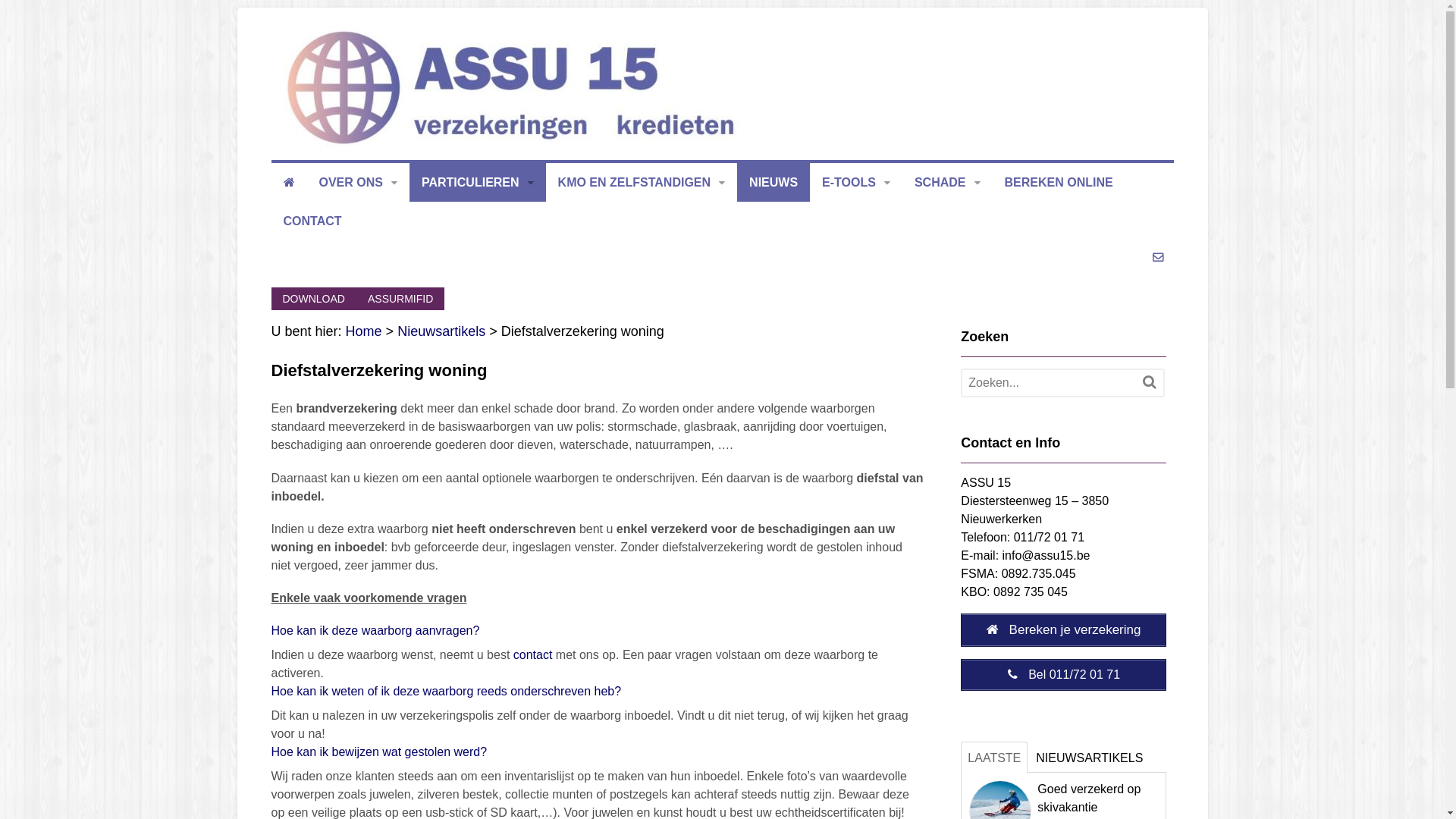  What do you see at coordinates (513, 654) in the screenshot?
I see `'contact'` at bounding box center [513, 654].